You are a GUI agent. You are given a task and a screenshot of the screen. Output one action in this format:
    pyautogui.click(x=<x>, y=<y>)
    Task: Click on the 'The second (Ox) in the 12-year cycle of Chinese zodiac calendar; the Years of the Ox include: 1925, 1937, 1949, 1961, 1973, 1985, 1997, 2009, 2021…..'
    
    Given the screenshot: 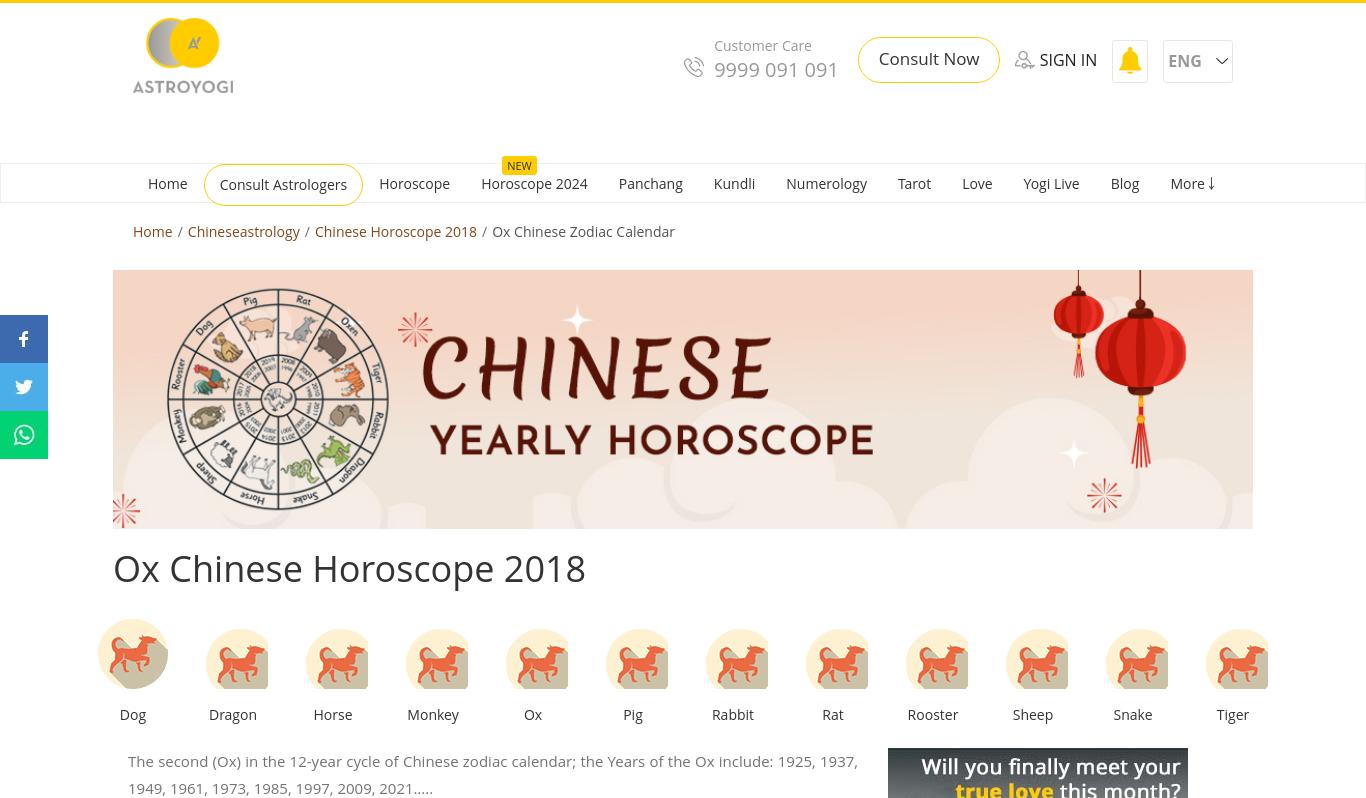 What is the action you would take?
    pyautogui.click(x=492, y=773)
    